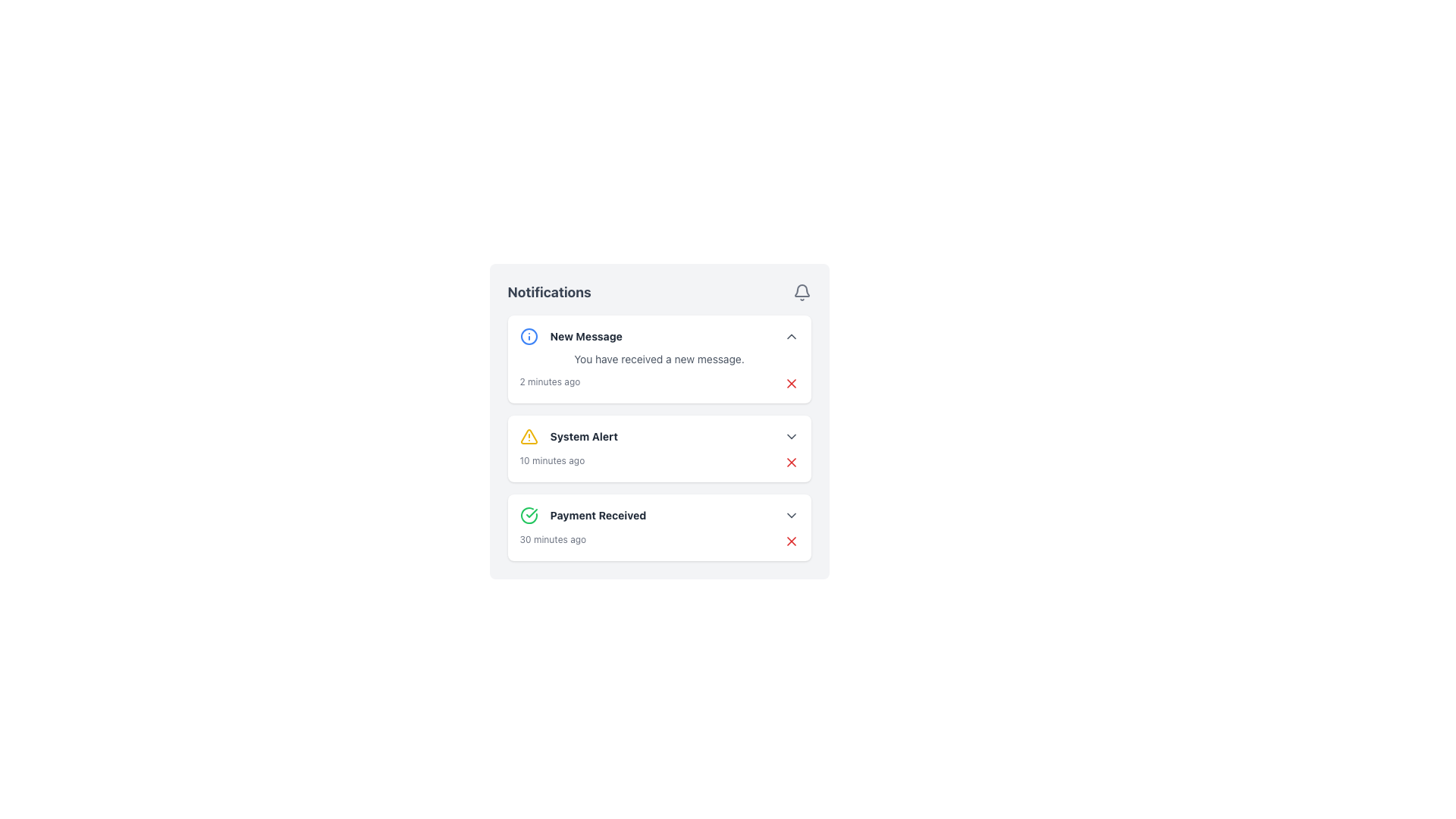 The image size is (1456, 819). Describe the element at coordinates (529, 514) in the screenshot. I see `the circular green checkmark icon located to the left of the 'Payment Received' text in the notification section` at that location.